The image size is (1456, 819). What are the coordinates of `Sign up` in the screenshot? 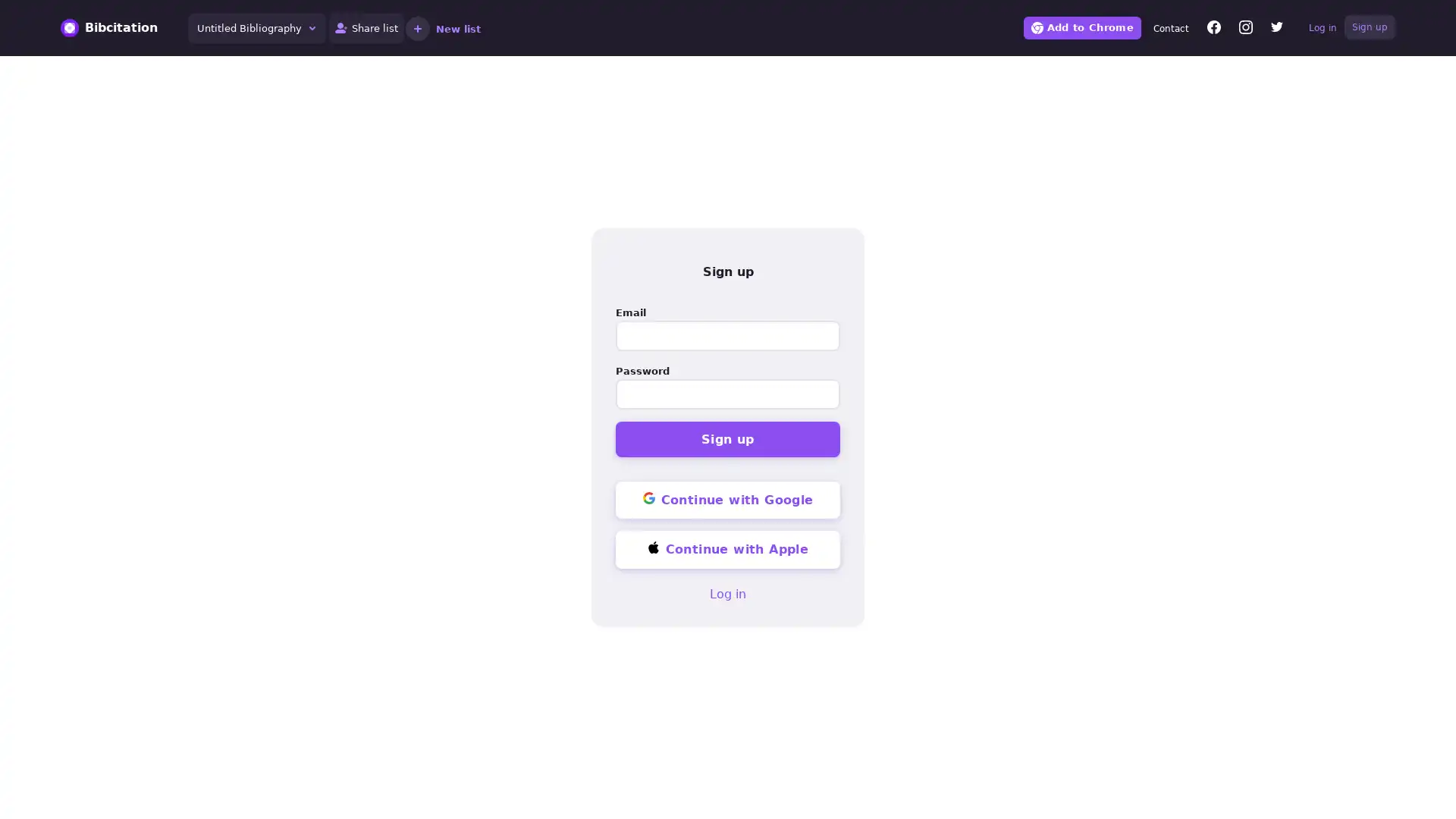 It's located at (728, 438).